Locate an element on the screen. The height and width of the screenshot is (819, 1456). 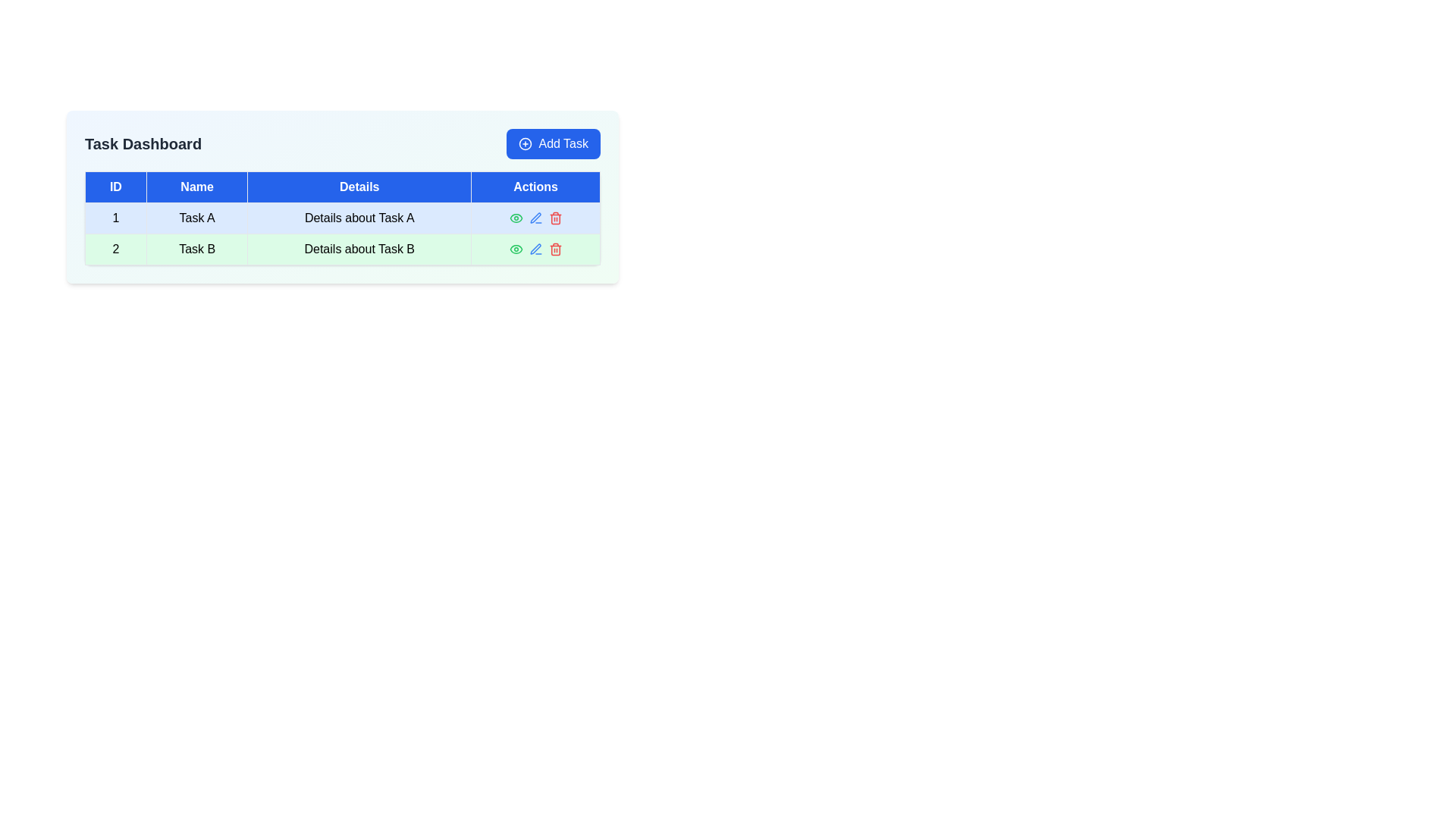
the delete icon button located in the 'Actions' column of the table for 'Task A' is located at coordinates (554, 218).